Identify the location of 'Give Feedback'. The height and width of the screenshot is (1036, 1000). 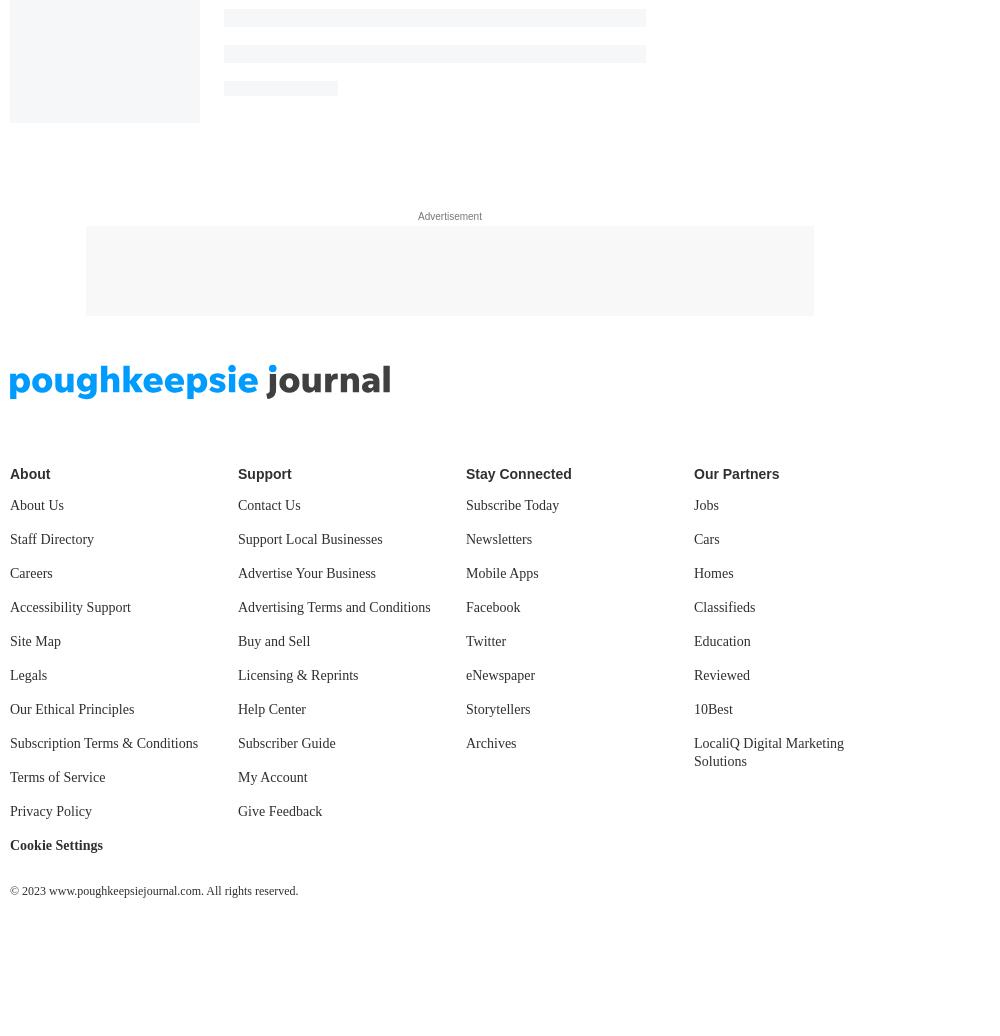
(280, 810).